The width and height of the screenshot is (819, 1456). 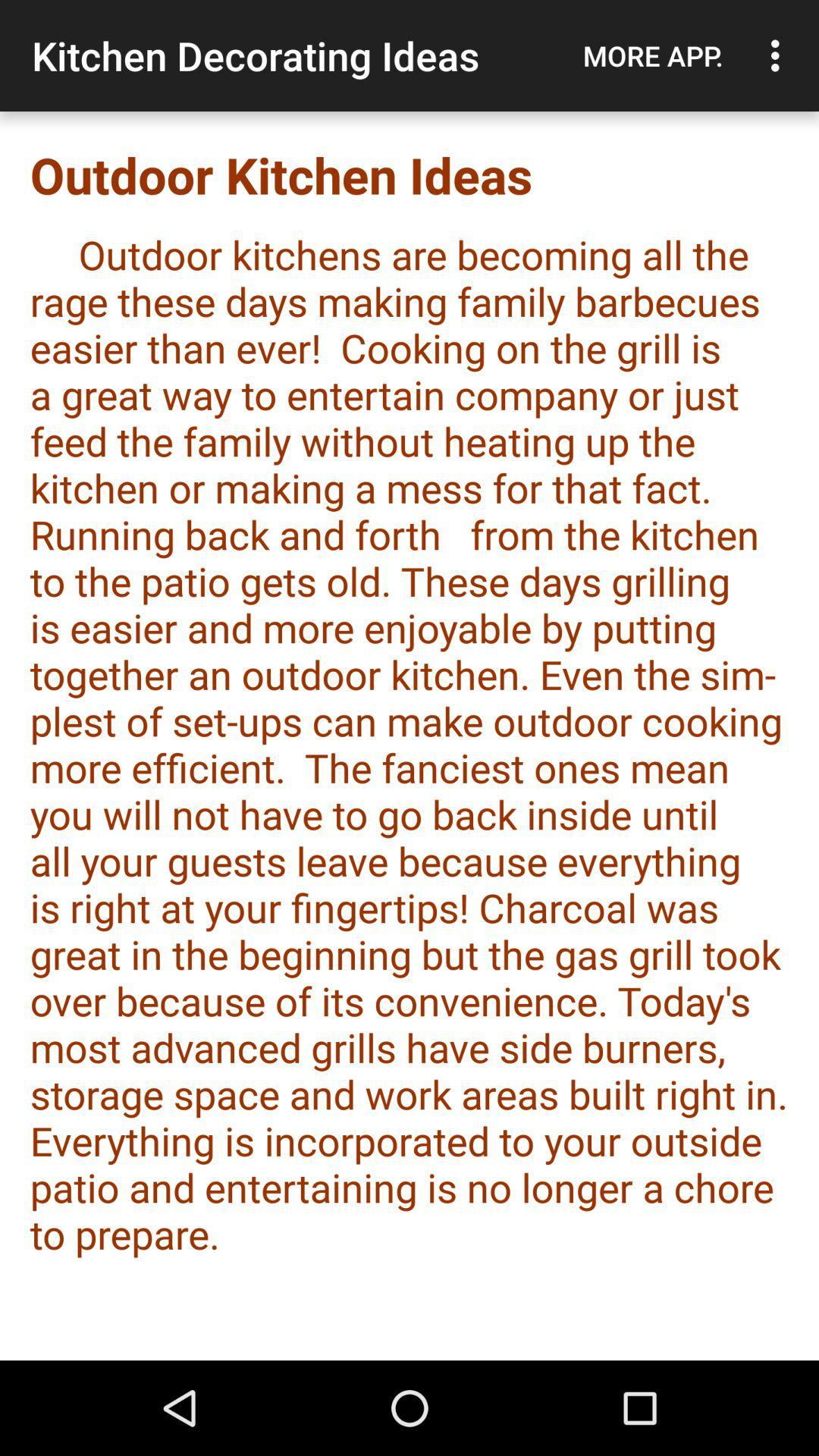 I want to click on the item above the outdoor kitchen ideas item, so click(x=652, y=55).